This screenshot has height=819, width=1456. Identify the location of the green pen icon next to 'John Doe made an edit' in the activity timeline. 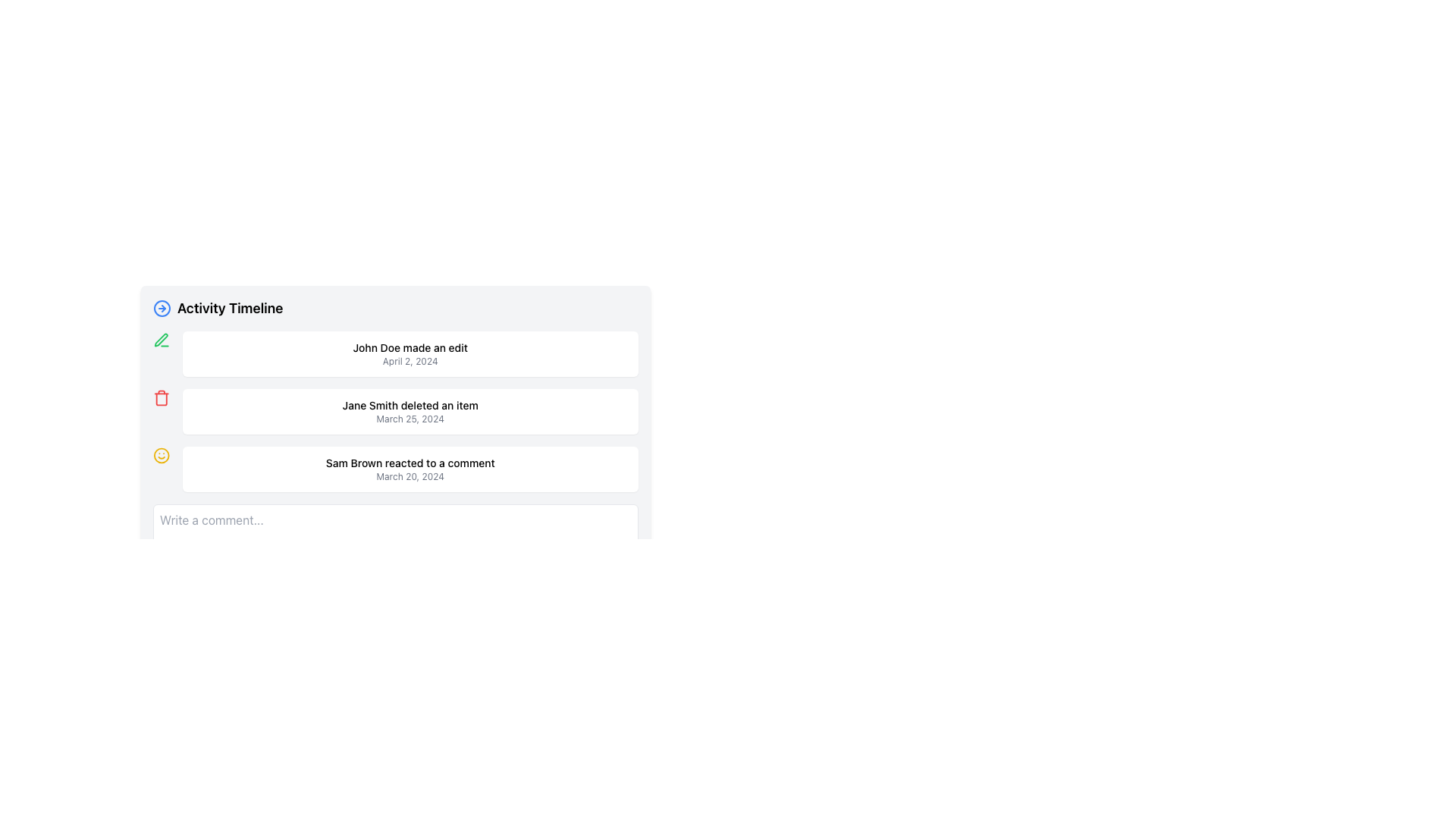
(162, 339).